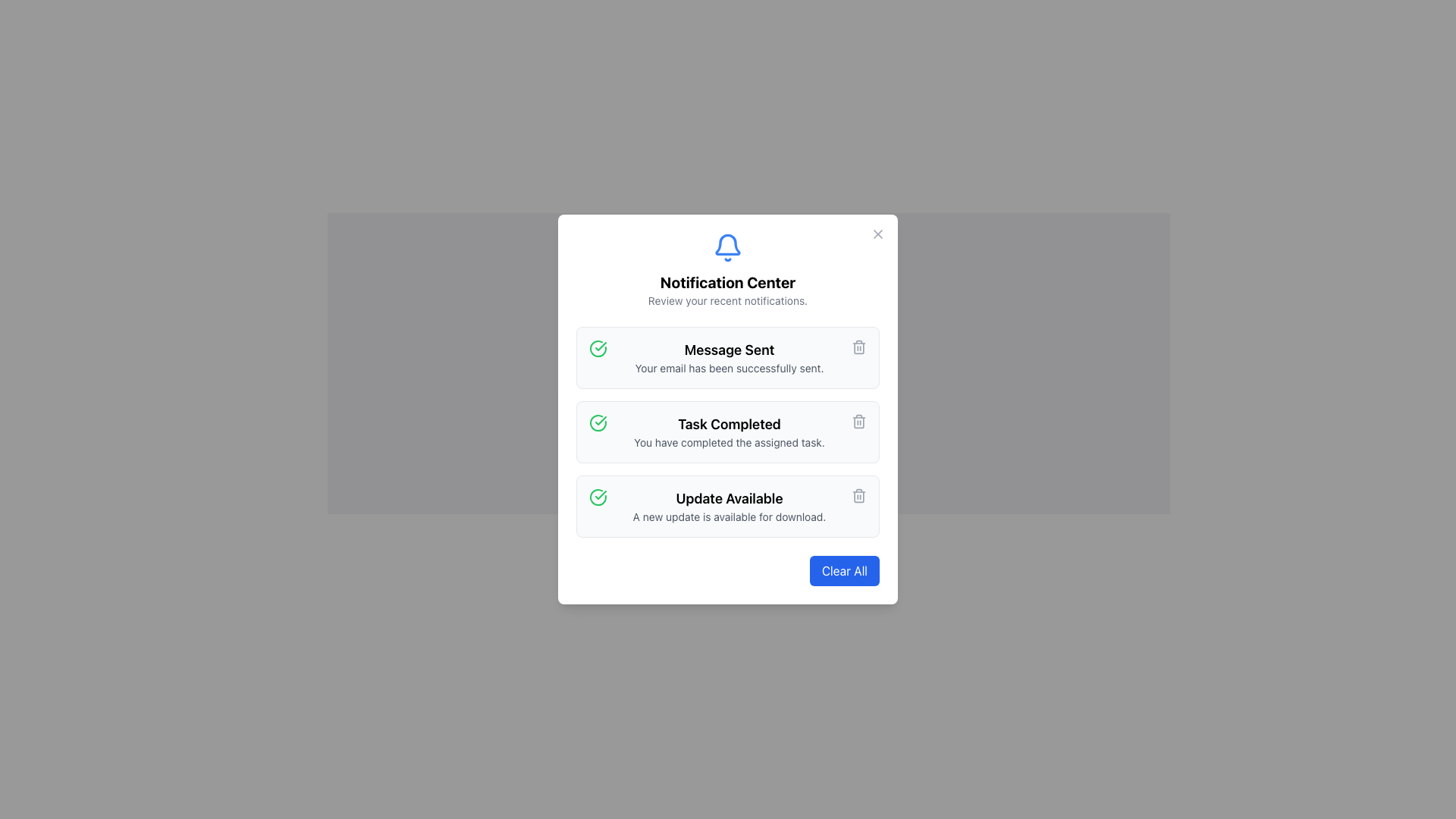 The width and height of the screenshot is (1456, 819). What do you see at coordinates (729, 506) in the screenshot?
I see `text content of the third notification in the Notification Center, which displays information about a new update being available` at bounding box center [729, 506].